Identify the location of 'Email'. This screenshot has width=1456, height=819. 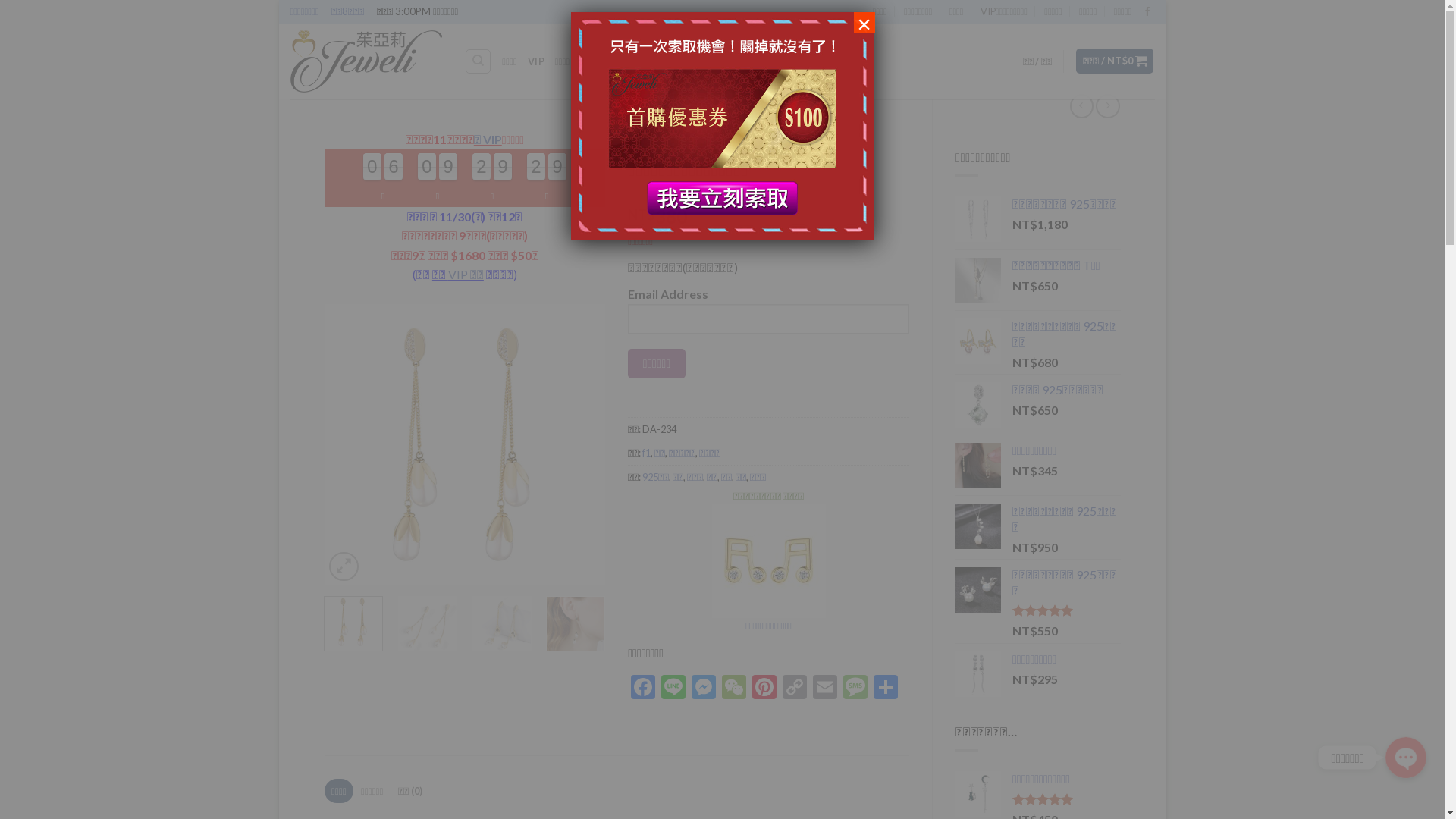
(809, 688).